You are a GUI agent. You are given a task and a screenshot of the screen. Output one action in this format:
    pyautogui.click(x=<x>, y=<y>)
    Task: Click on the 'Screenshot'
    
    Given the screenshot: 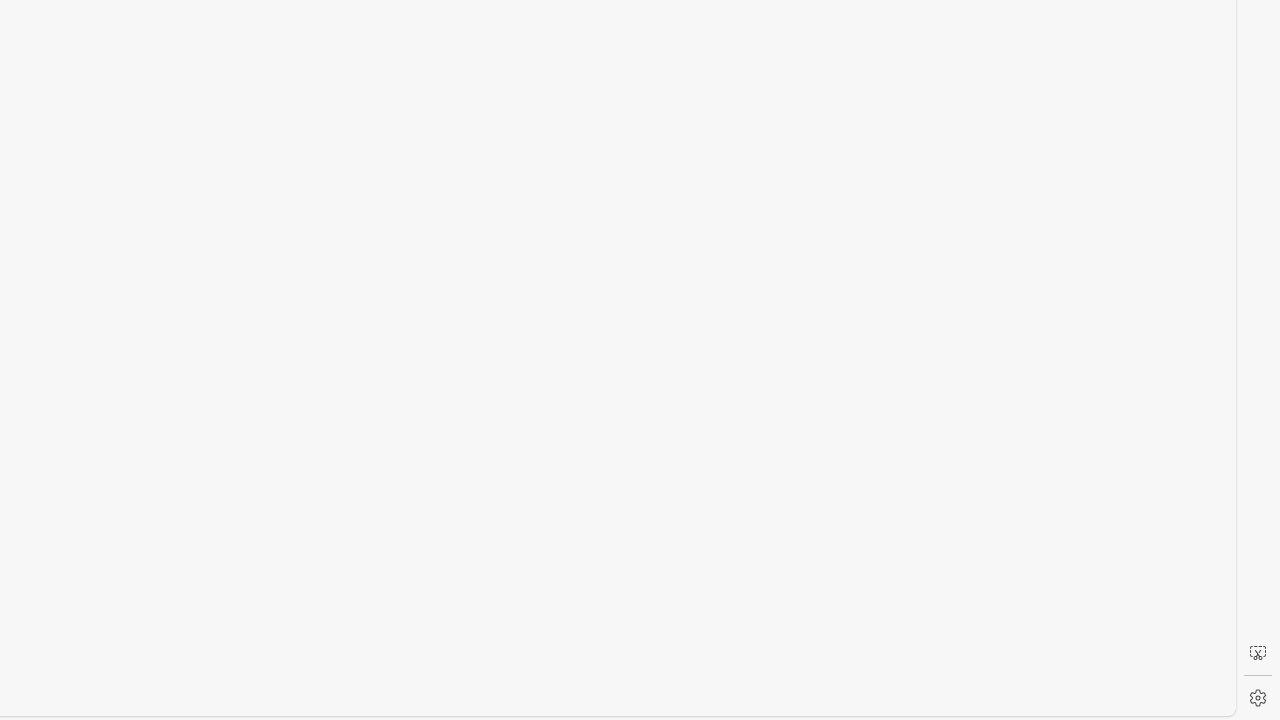 What is the action you would take?
    pyautogui.click(x=1256, y=652)
    